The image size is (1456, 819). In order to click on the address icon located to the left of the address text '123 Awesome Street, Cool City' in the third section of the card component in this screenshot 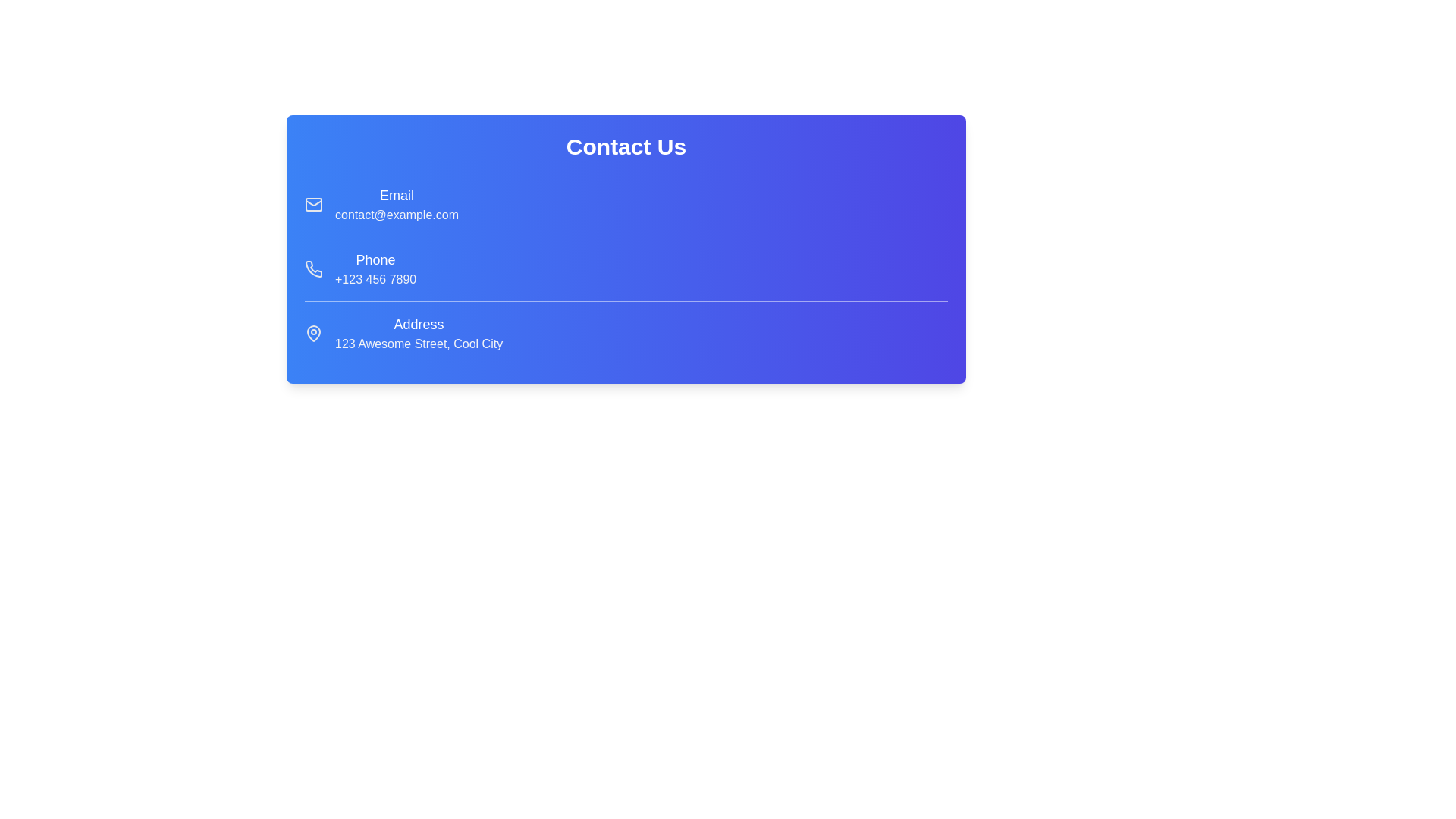, I will do `click(312, 332)`.